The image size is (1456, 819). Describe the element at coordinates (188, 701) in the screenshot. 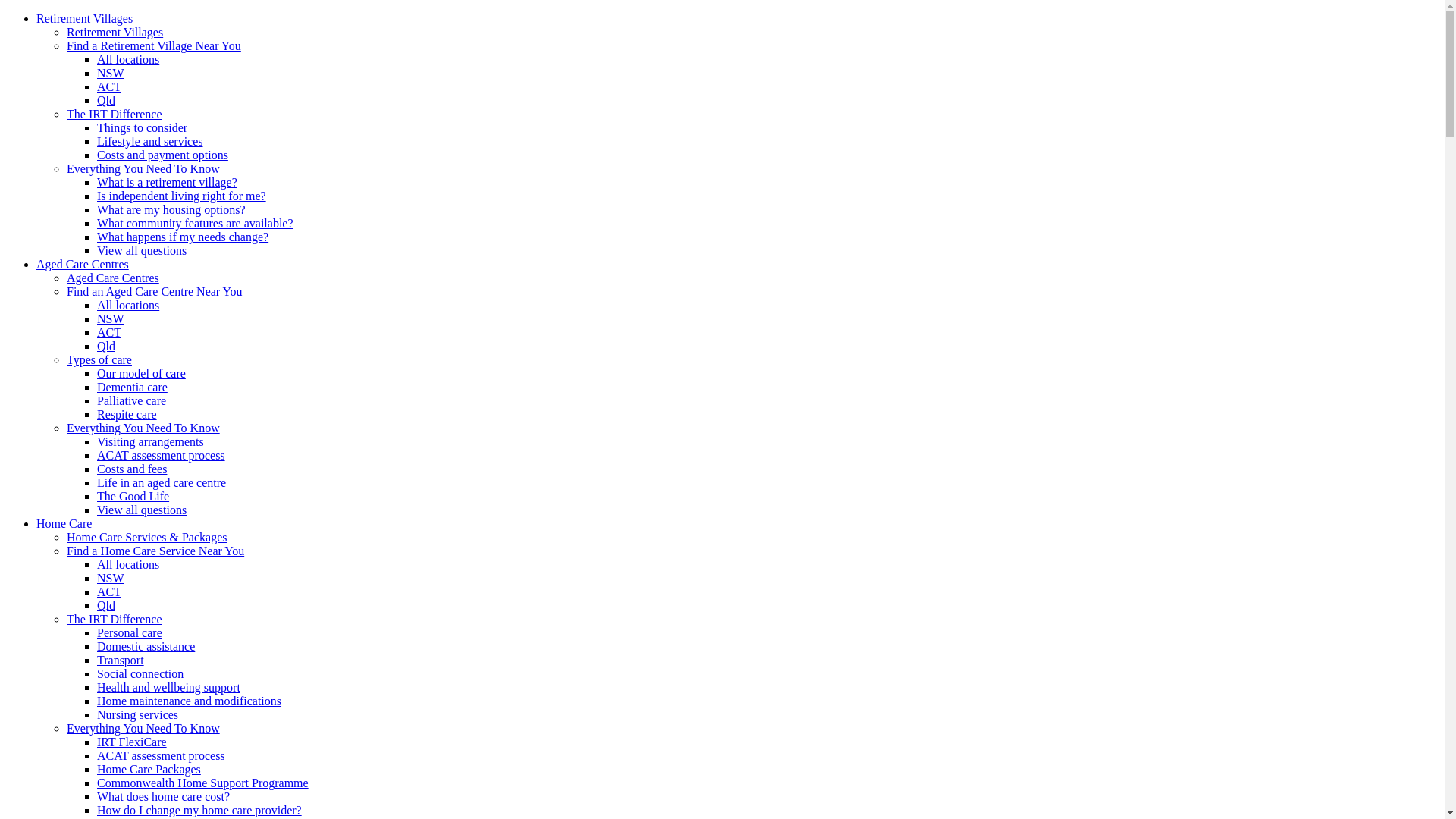

I see `'Home maintenance and modifications'` at that location.